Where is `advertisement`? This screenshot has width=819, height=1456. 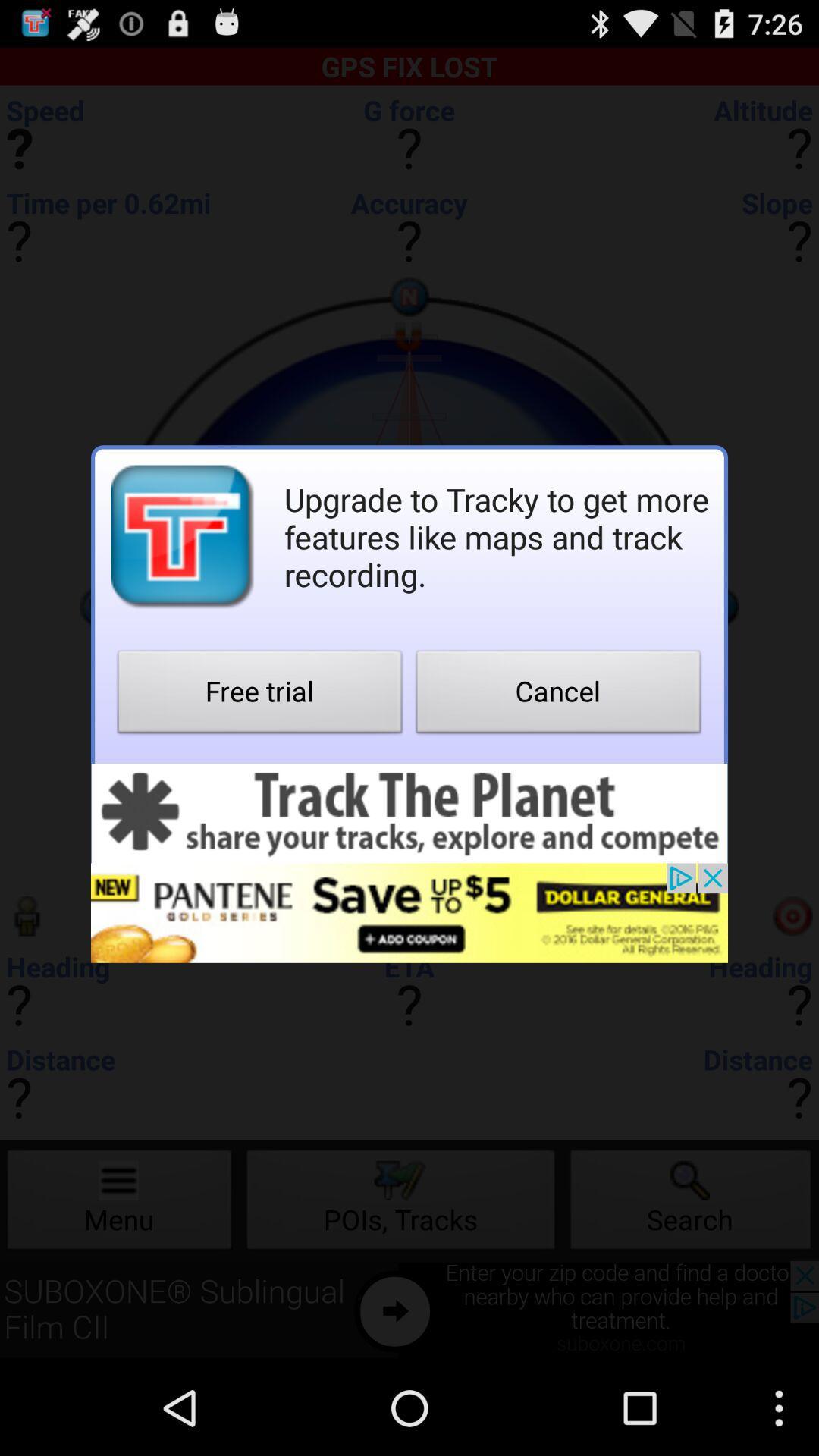 advertisement is located at coordinates (409, 812).